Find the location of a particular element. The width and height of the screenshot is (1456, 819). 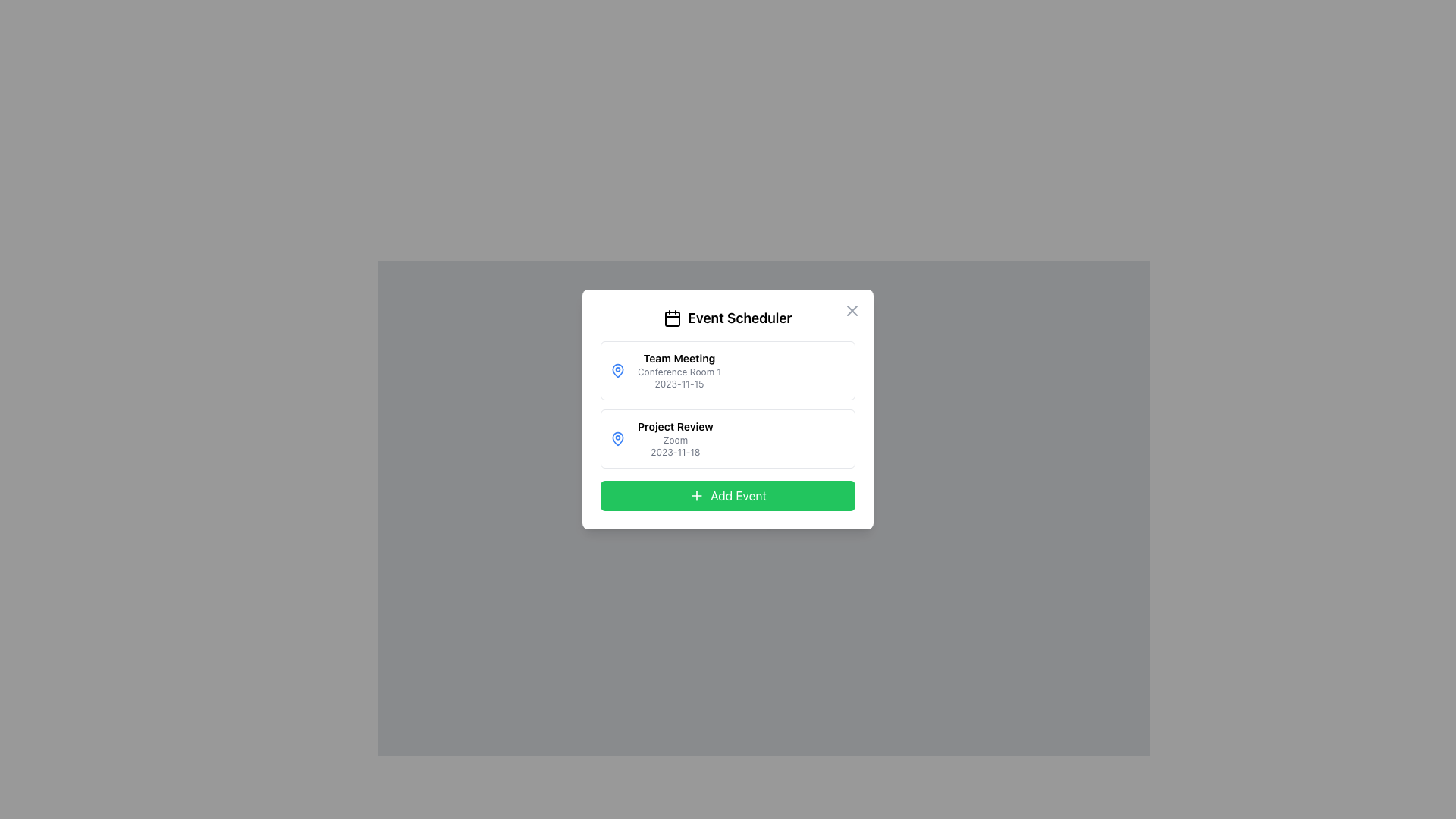

the small, circular gray button with an 'X' icon located at the top-right corner of the 'Event Scheduler' card to change its appearance is located at coordinates (852, 309).